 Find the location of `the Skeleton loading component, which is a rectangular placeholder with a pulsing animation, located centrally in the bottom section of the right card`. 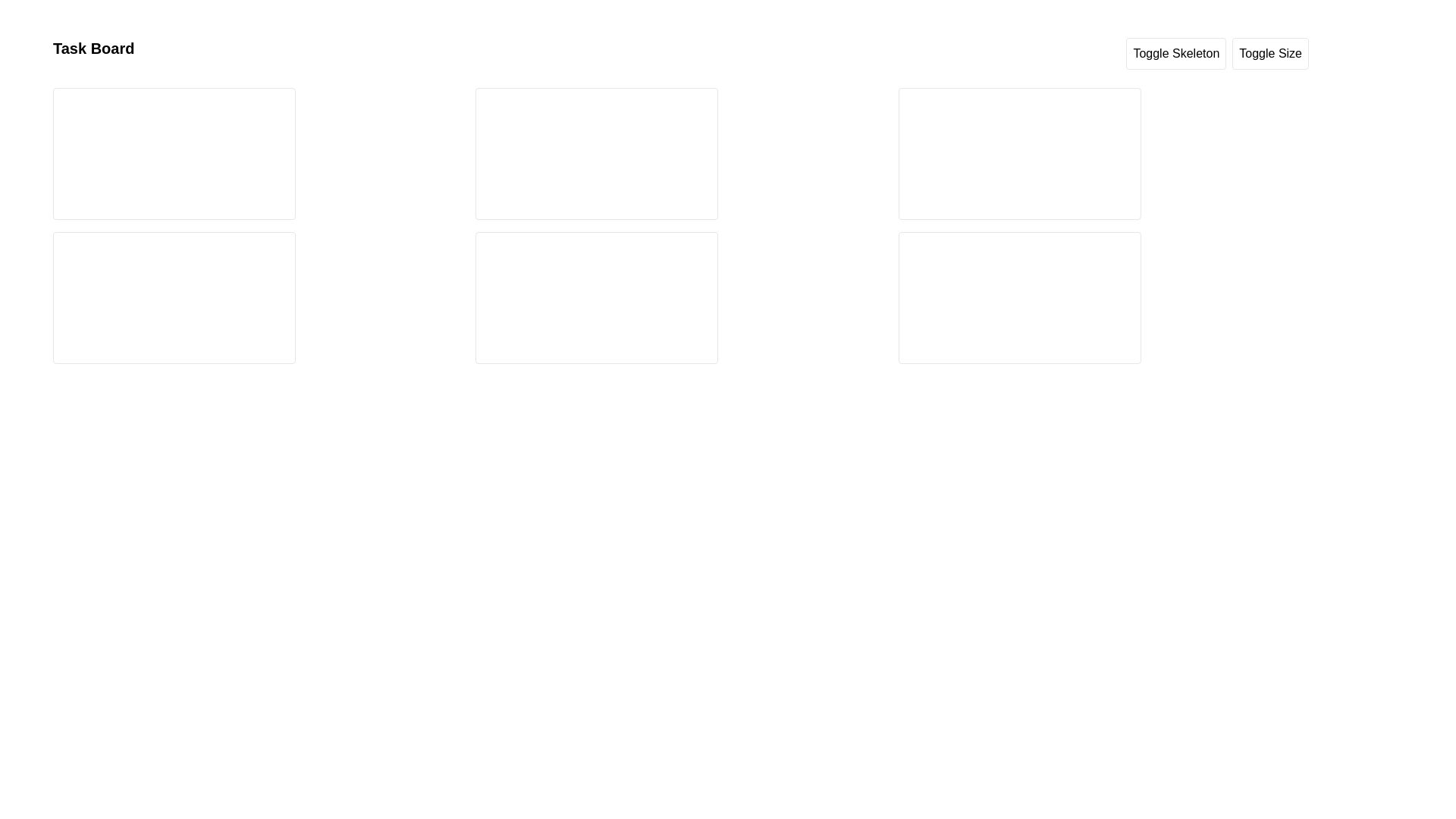

the Skeleton loading component, which is a rectangular placeholder with a pulsing animation, located centrally in the bottom section of the right card is located at coordinates (983, 343).